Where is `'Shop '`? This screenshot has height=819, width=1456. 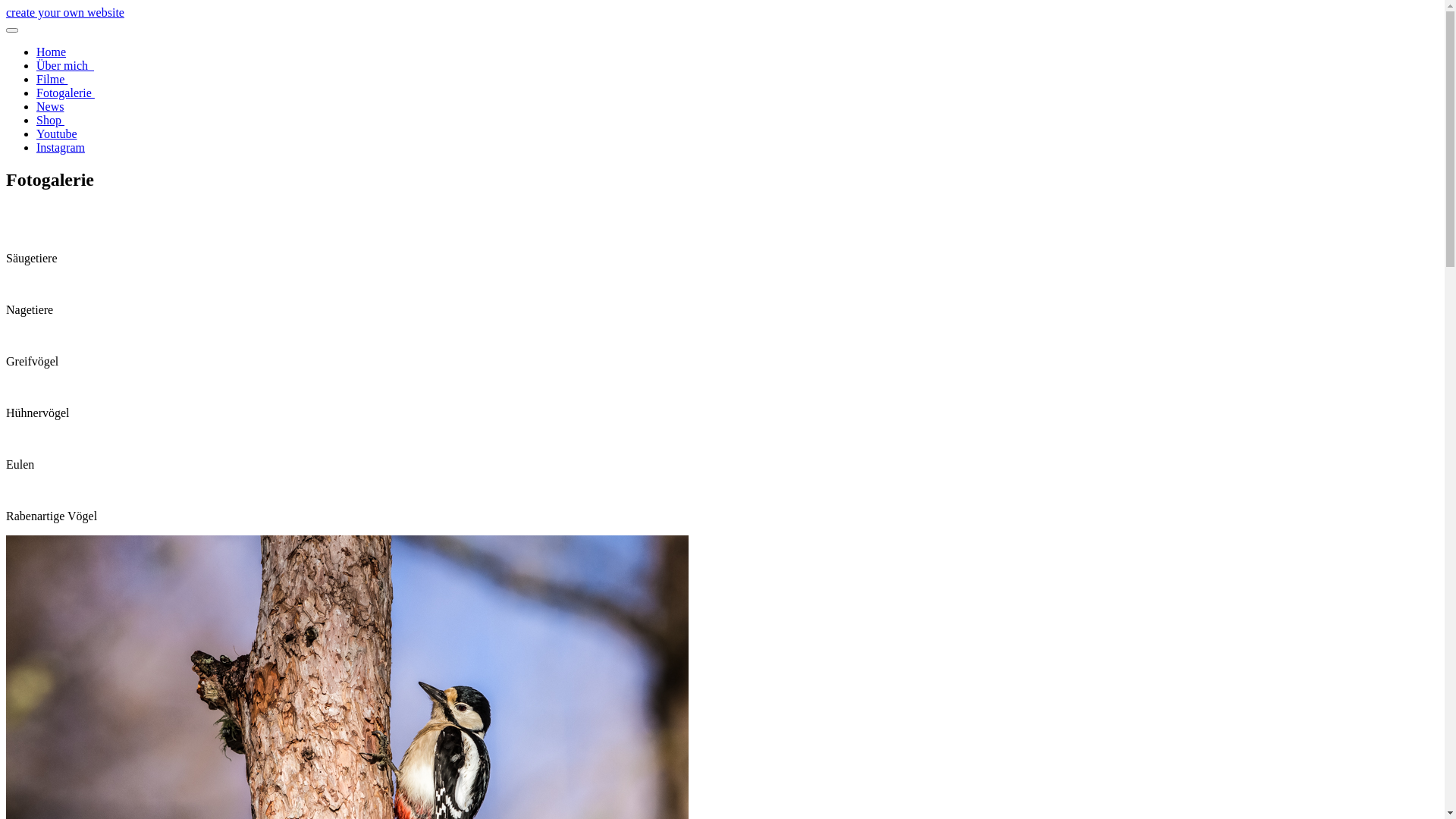
'Shop ' is located at coordinates (50, 119).